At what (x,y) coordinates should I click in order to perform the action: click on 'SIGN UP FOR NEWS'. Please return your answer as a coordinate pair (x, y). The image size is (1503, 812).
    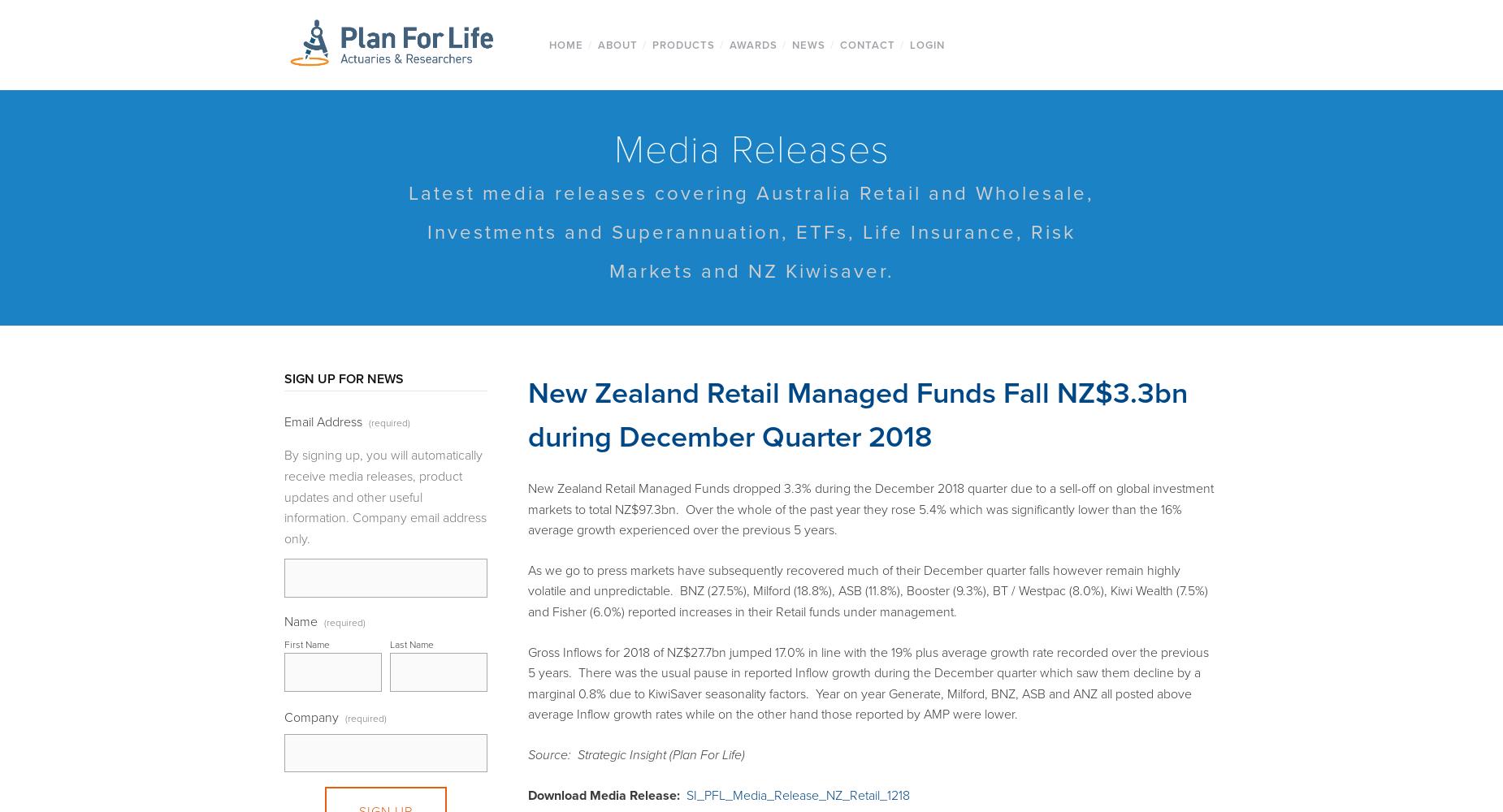
    Looking at the image, I should click on (284, 378).